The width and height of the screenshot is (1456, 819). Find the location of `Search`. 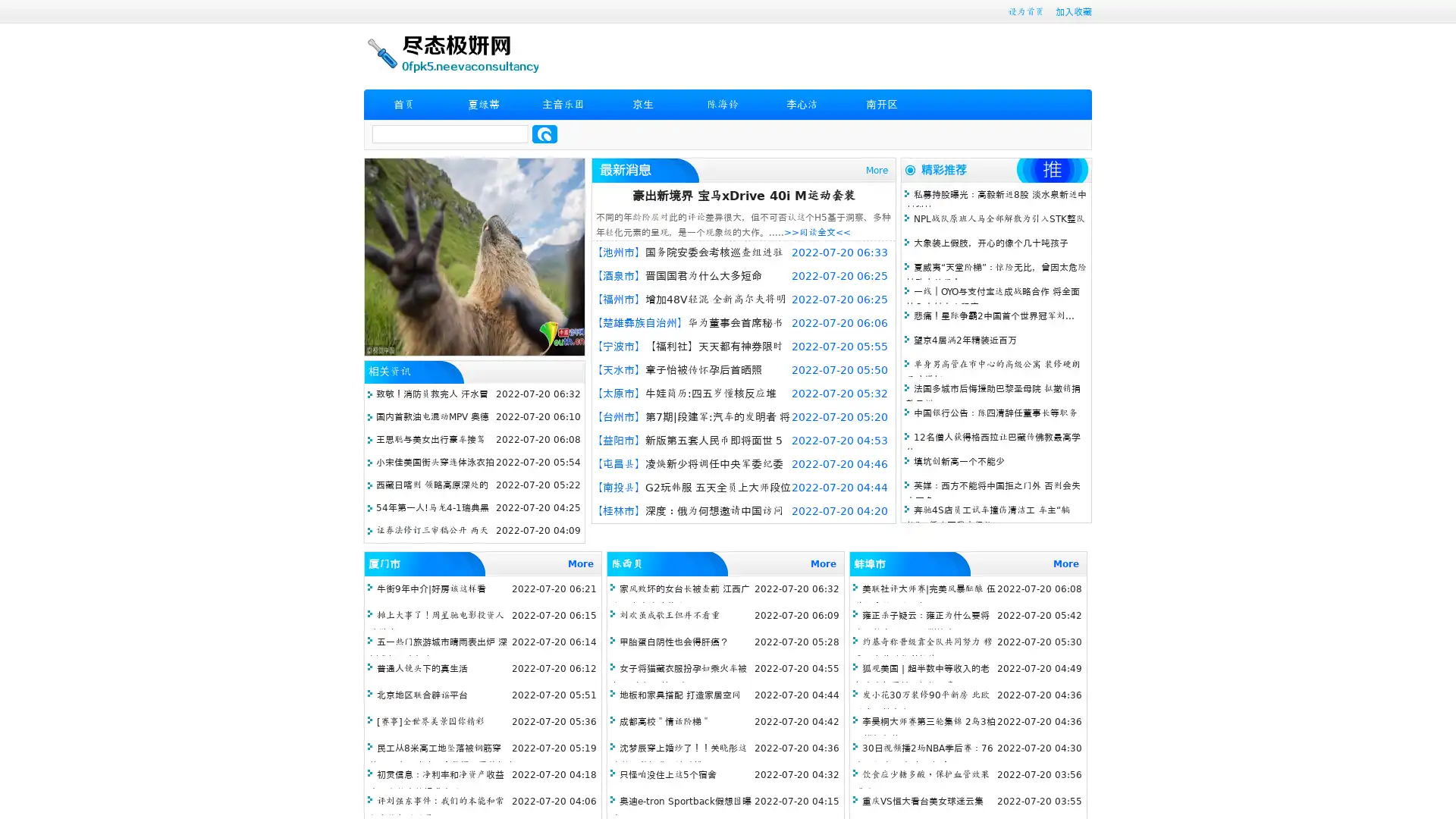

Search is located at coordinates (544, 133).